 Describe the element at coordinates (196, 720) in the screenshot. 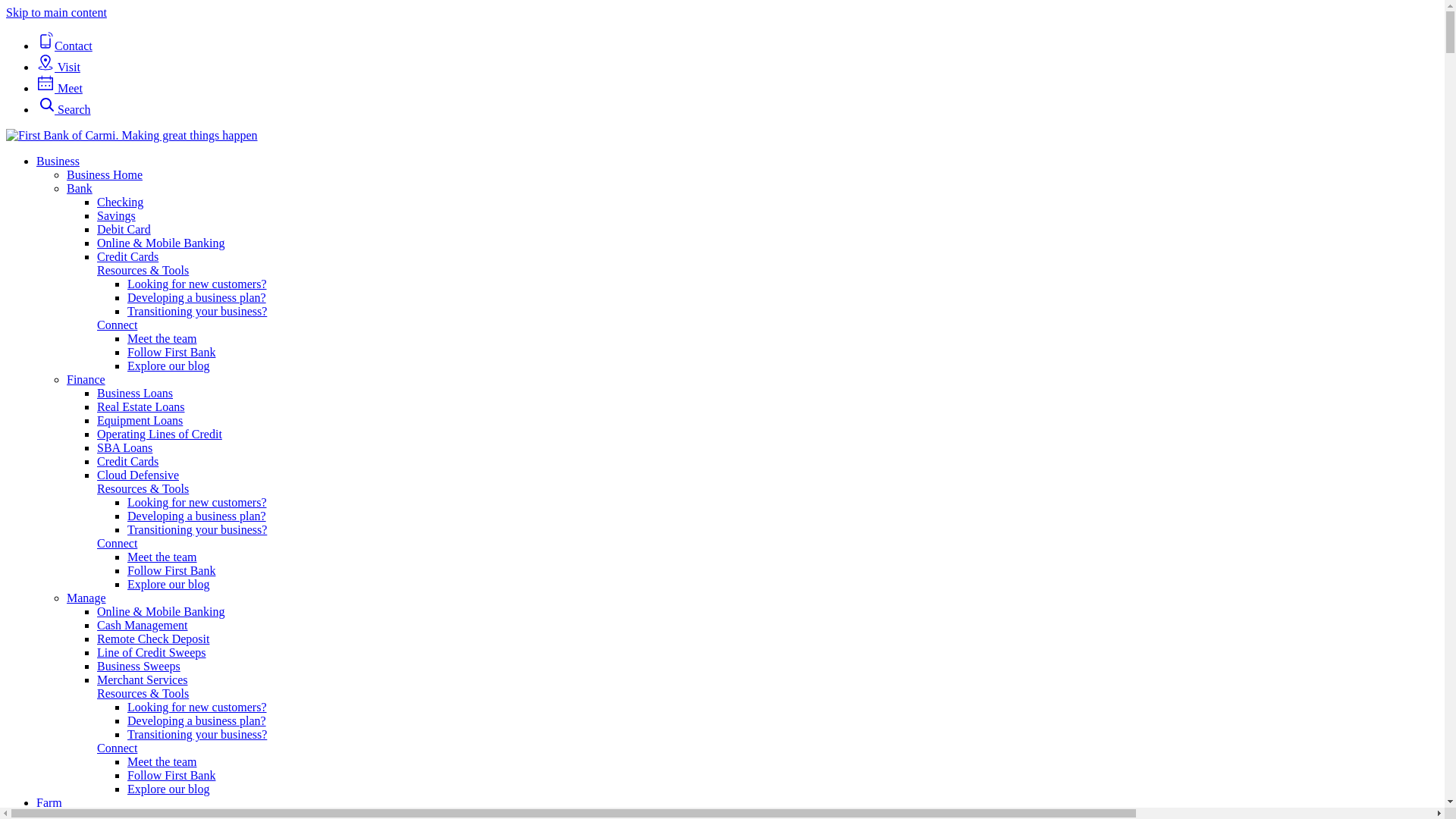

I see `'Developing a business plan?'` at that location.